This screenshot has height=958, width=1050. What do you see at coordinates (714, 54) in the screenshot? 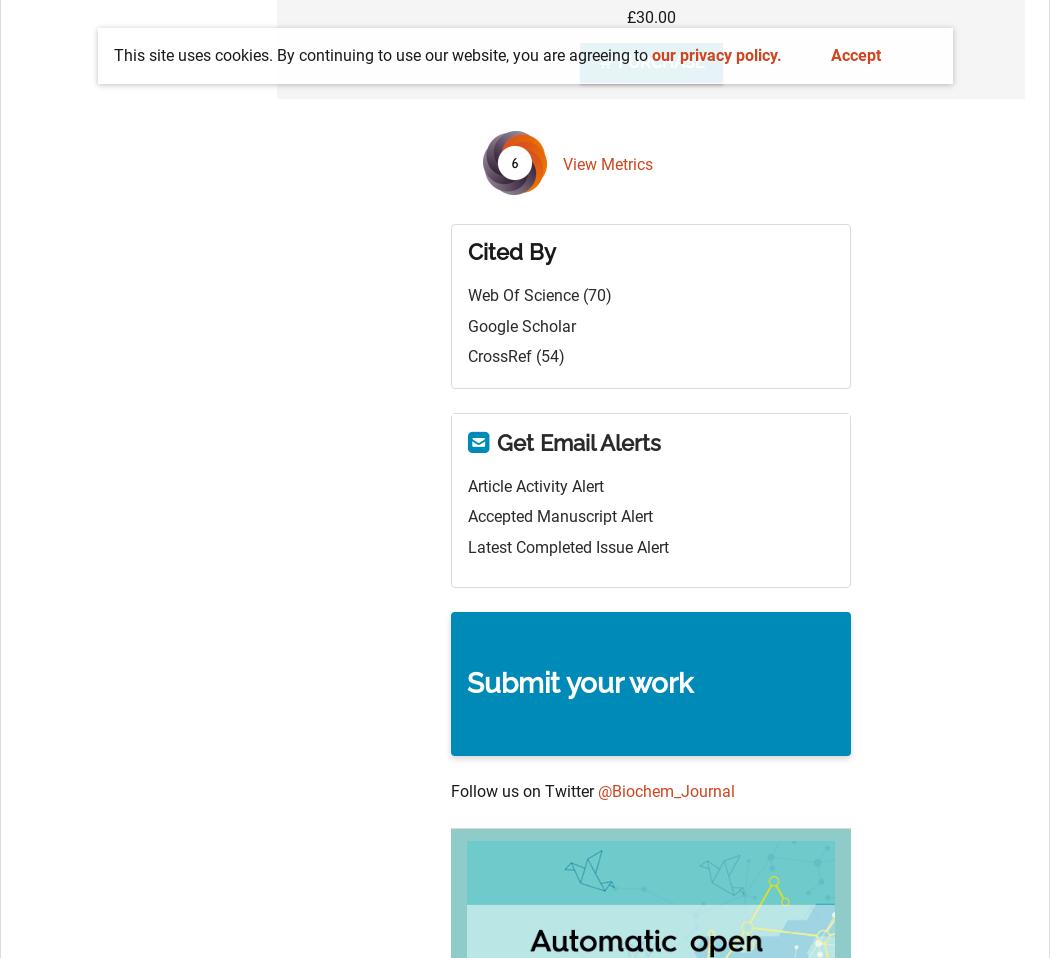
I see `'our privacy policy.'` at bounding box center [714, 54].